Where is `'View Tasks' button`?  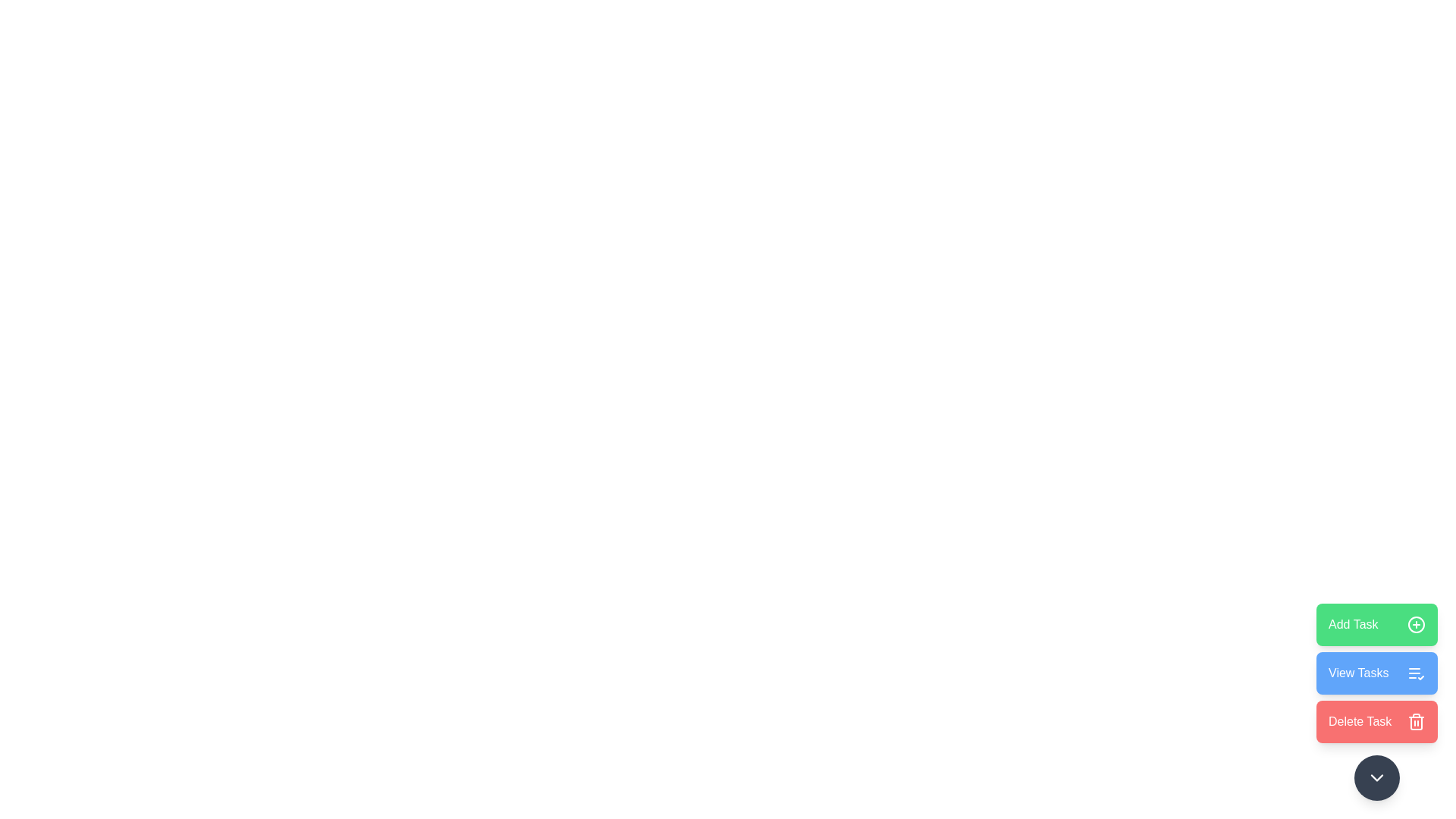
'View Tasks' button is located at coordinates (1376, 672).